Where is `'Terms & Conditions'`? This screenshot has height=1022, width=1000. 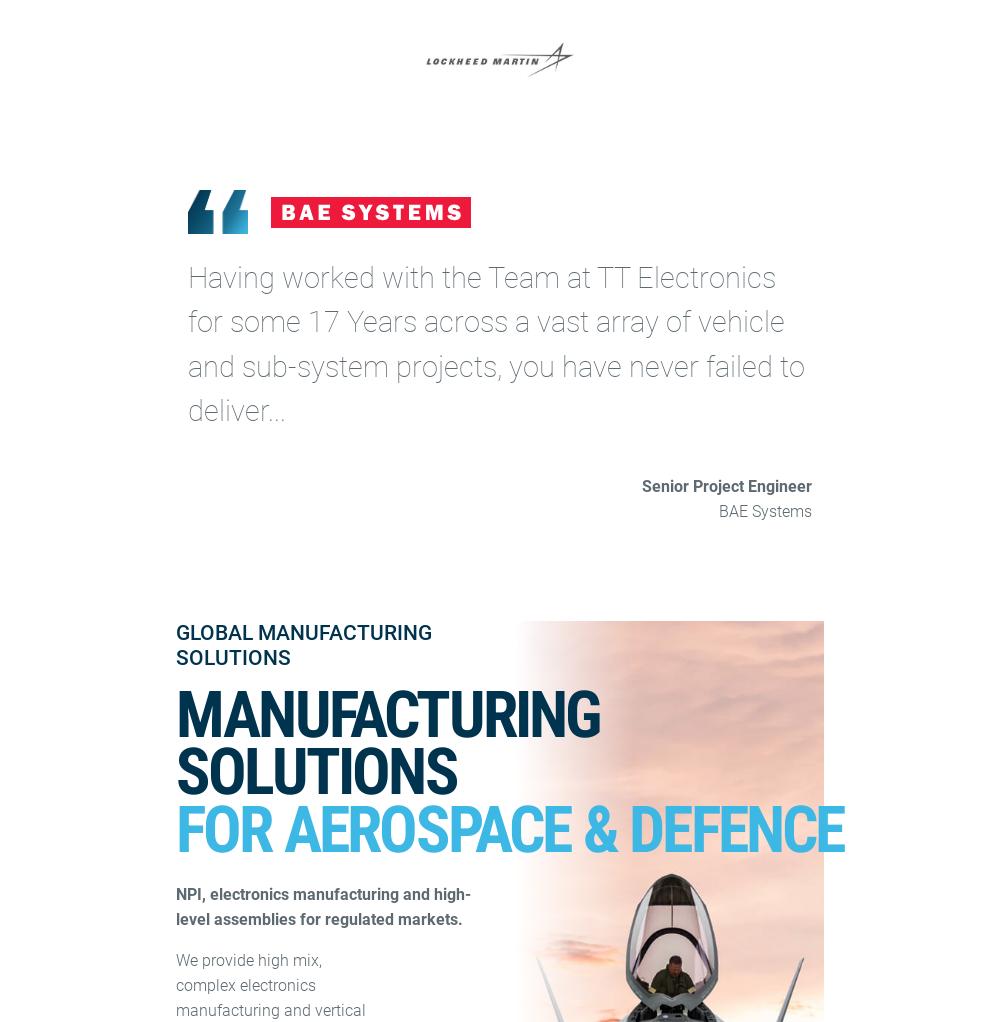
'Terms & Conditions' is located at coordinates (580, 363).